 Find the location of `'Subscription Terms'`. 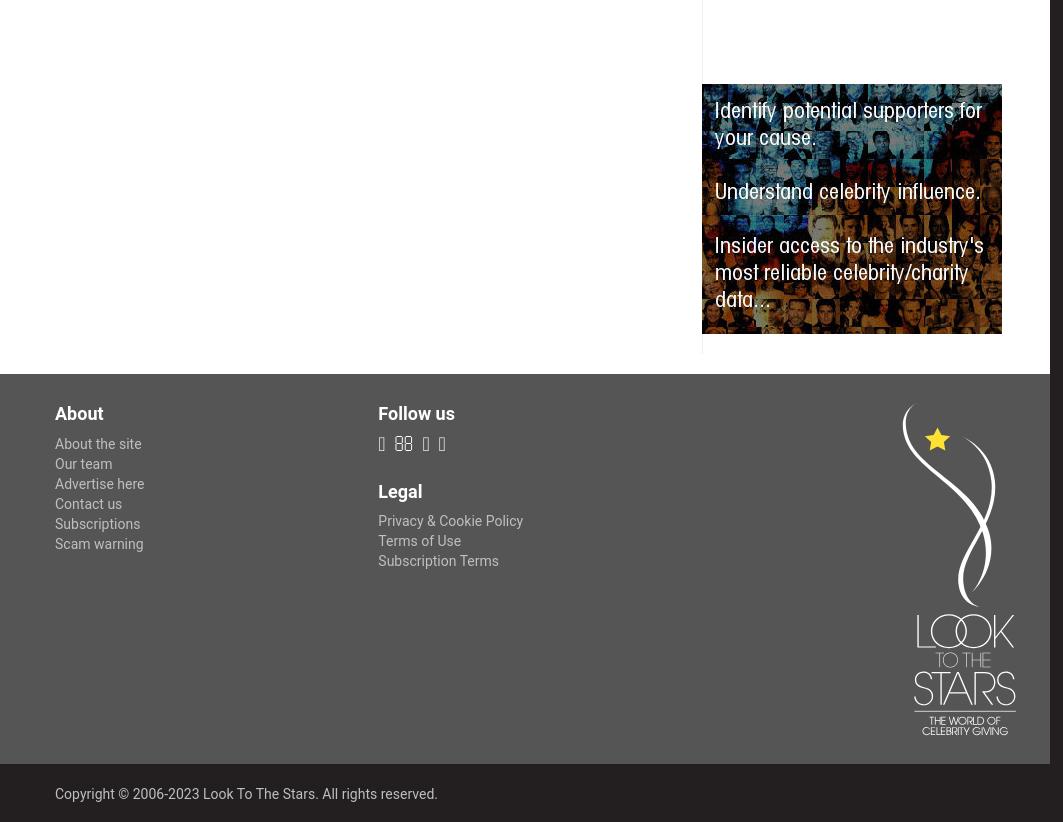

'Subscription Terms' is located at coordinates (438, 561).